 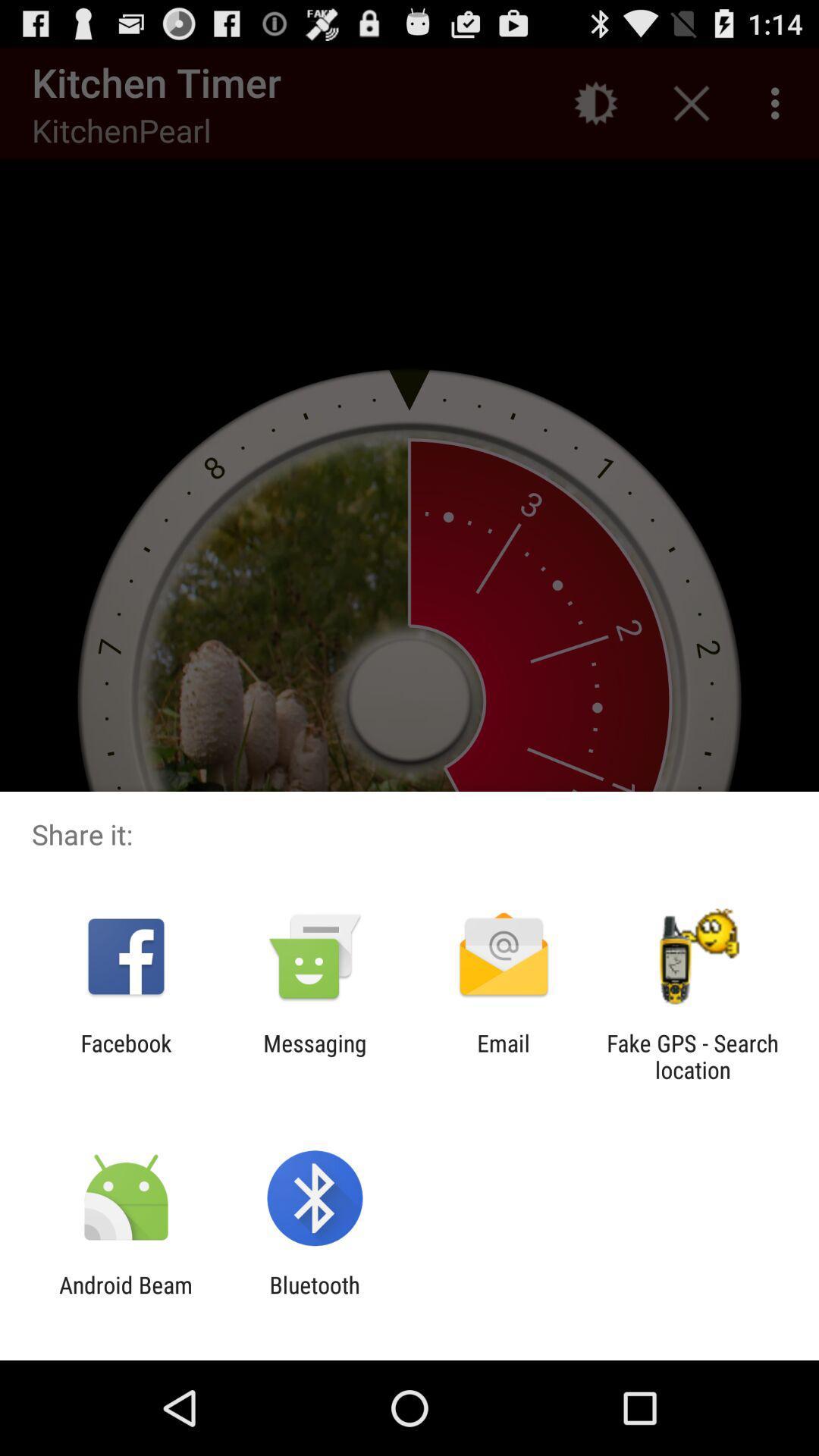 What do you see at coordinates (504, 1056) in the screenshot?
I see `the item to the left of the fake gps search app` at bounding box center [504, 1056].